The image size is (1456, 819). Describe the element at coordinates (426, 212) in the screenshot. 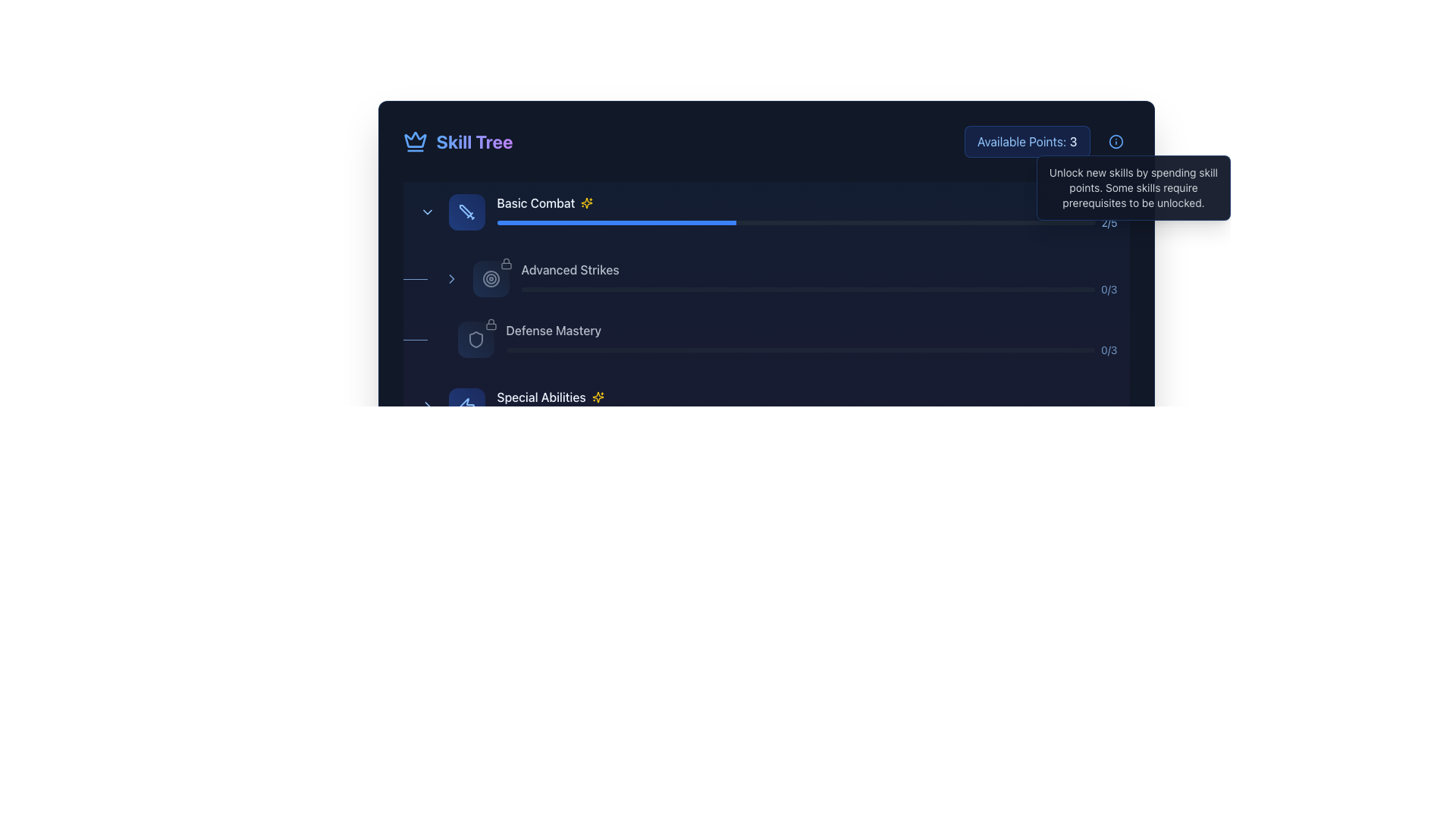

I see `the blue downward-pointing chevron icon indicating a dropdown for the 'Basic Combat' skill category in the Skill Tree interface` at that location.